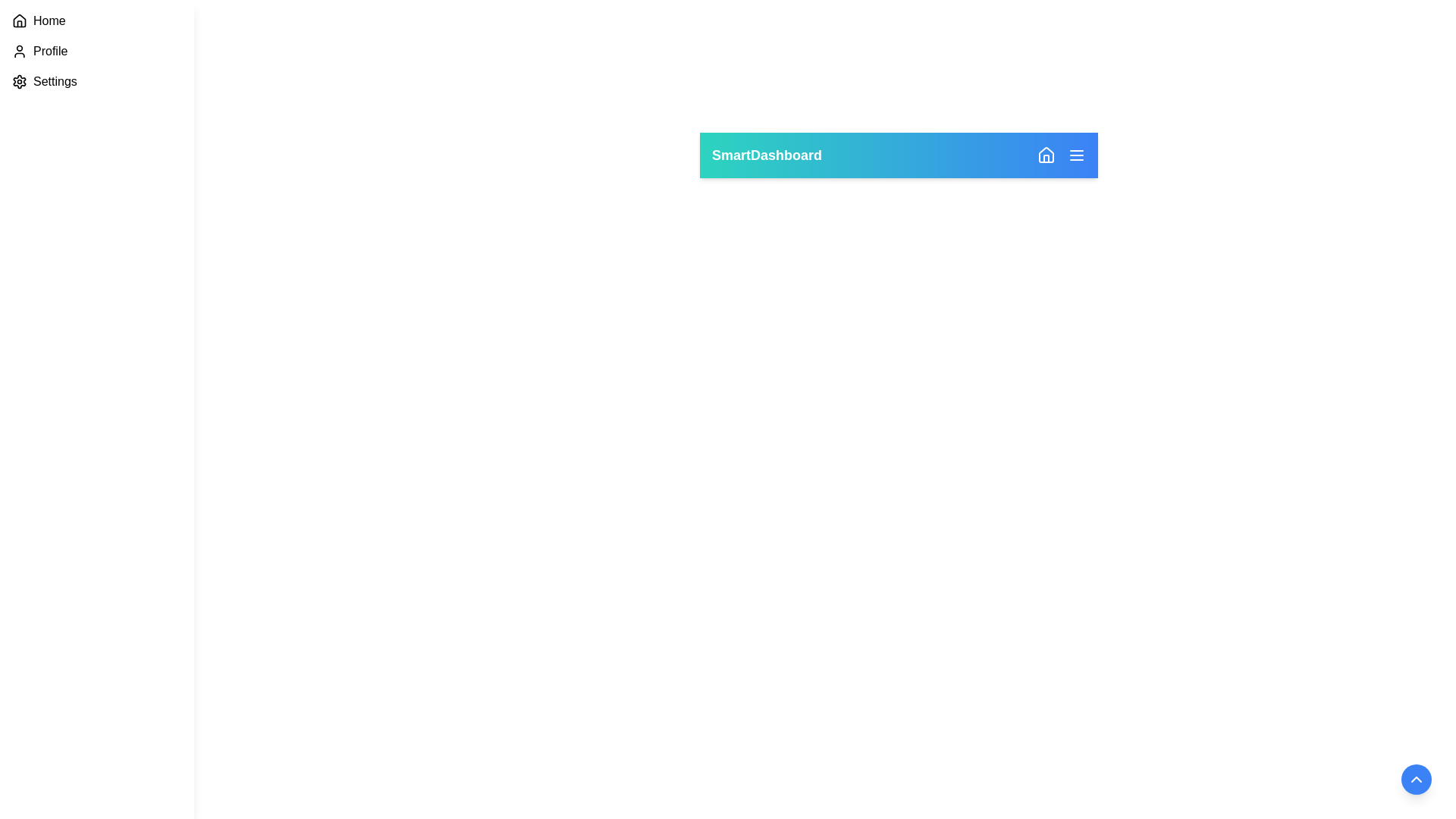 Image resolution: width=1456 pixels, height=819 pixels. Describe the element at coordinates (19, 82) in the screenshot. I see `the gear icon located as the third entry in the vertical navigation menu labeled 'Settings'` at that location.